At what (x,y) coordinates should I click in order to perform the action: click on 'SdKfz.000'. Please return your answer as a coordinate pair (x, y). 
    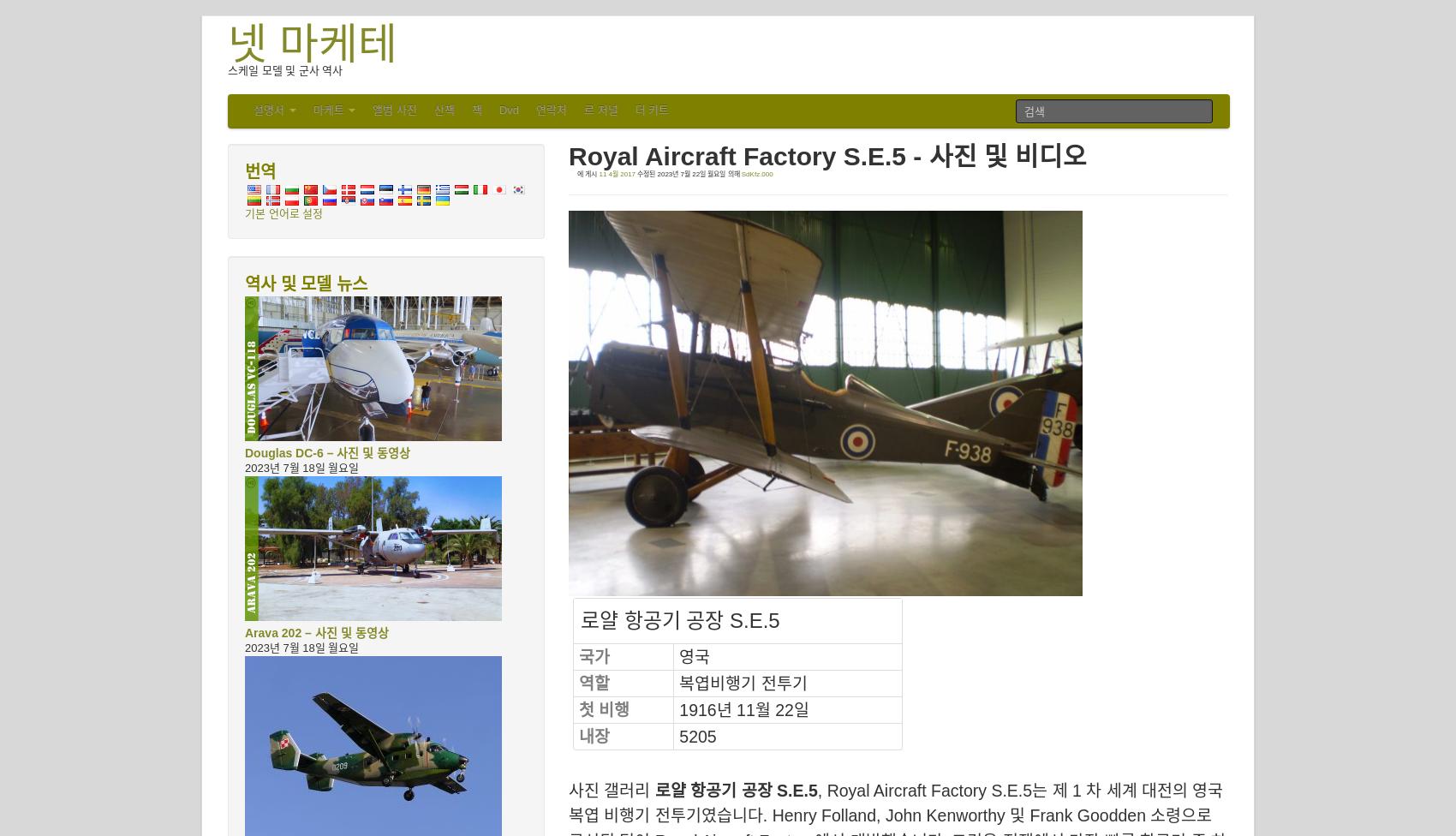
    Looking at the image, I should click on (756, 173).